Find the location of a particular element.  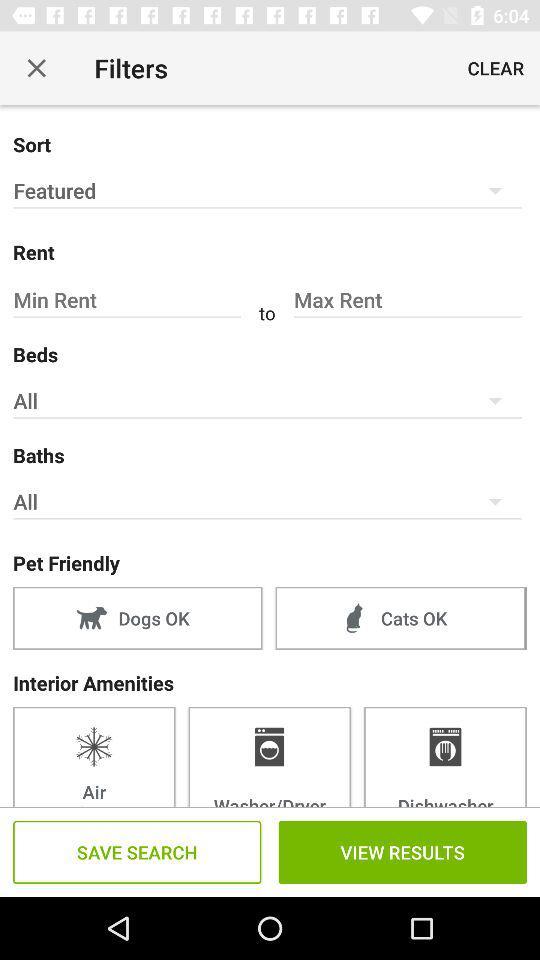

washer/dryer is located at coordinates (269, 755).